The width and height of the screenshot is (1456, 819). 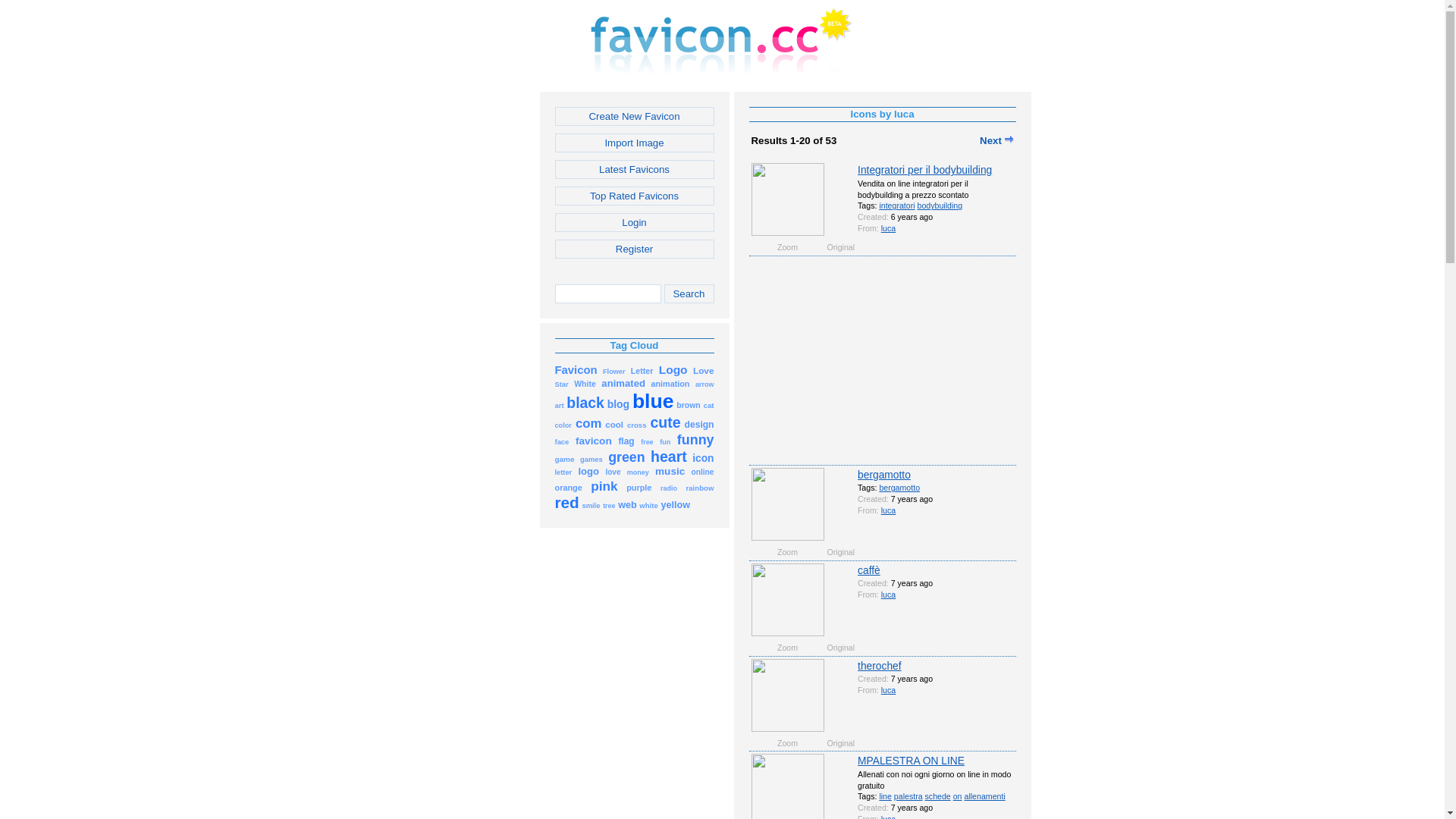 I want to click on 'allenamenti', so click(x=984, y=795).